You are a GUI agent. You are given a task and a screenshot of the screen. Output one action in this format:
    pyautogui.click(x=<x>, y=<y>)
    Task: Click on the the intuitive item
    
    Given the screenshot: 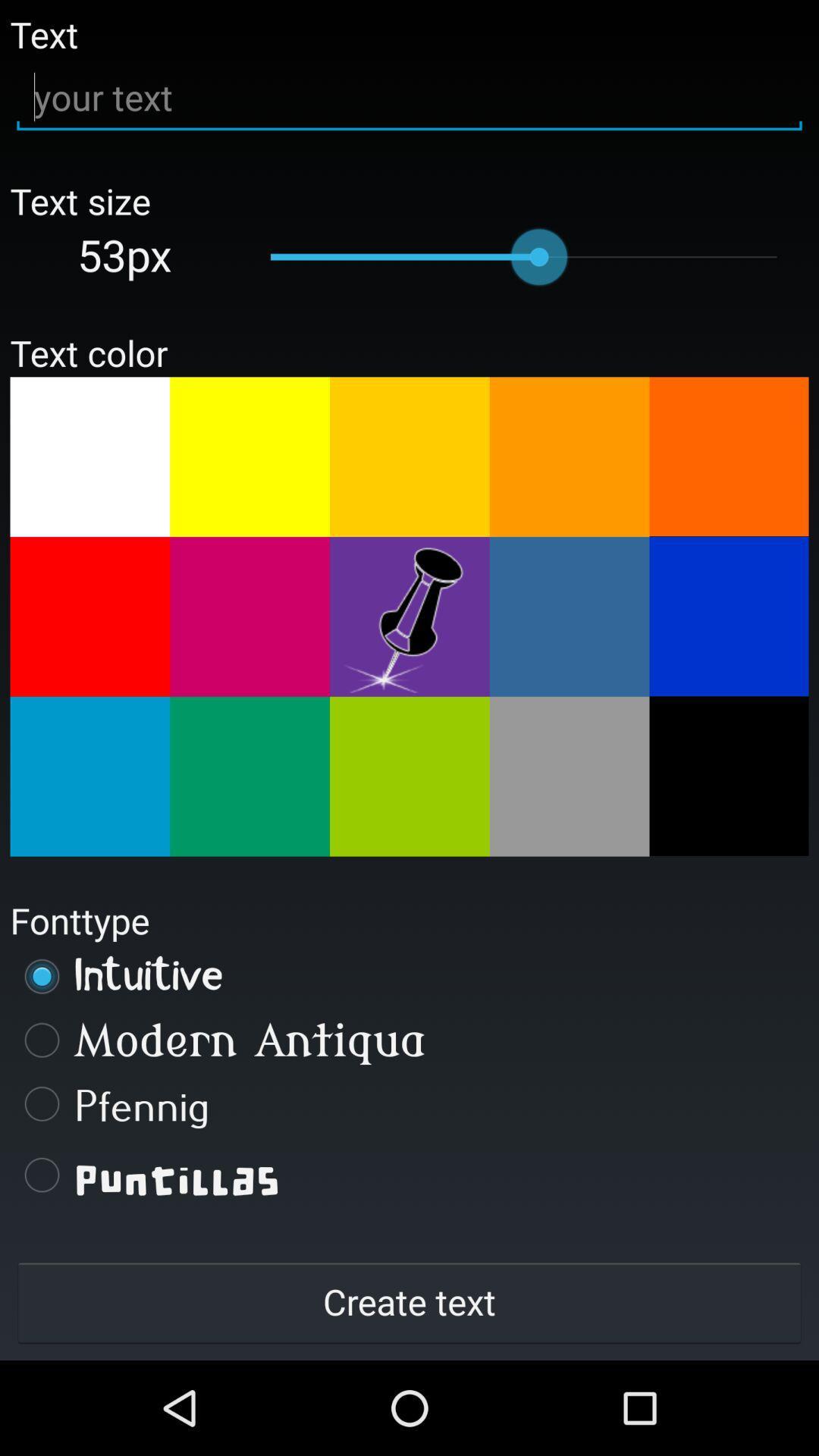 What is the action you would take?
    pyautogui.click(x=409, y=976)
    